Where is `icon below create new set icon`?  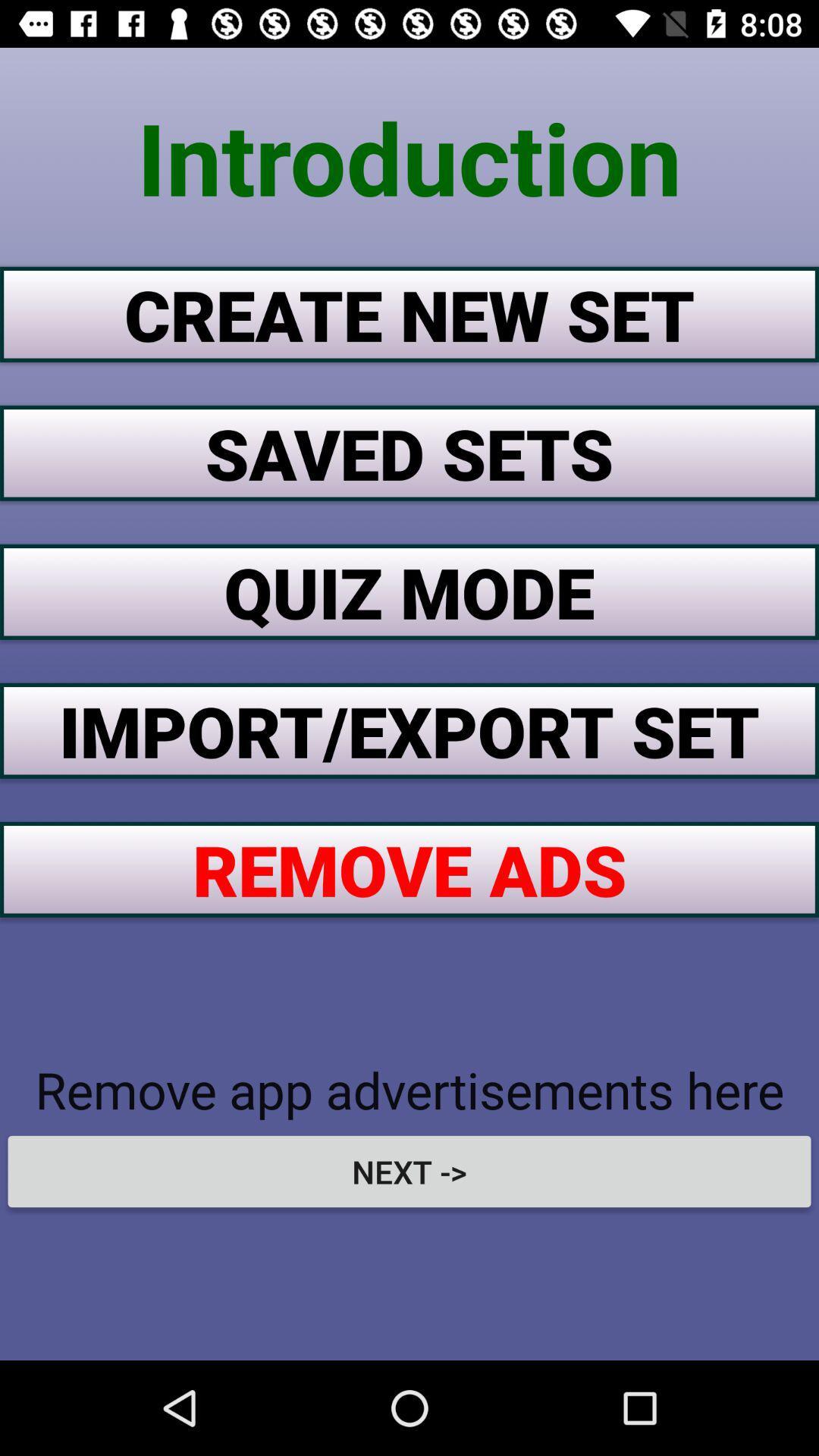
icon below create new set icon is located at coordinates (409, 452).